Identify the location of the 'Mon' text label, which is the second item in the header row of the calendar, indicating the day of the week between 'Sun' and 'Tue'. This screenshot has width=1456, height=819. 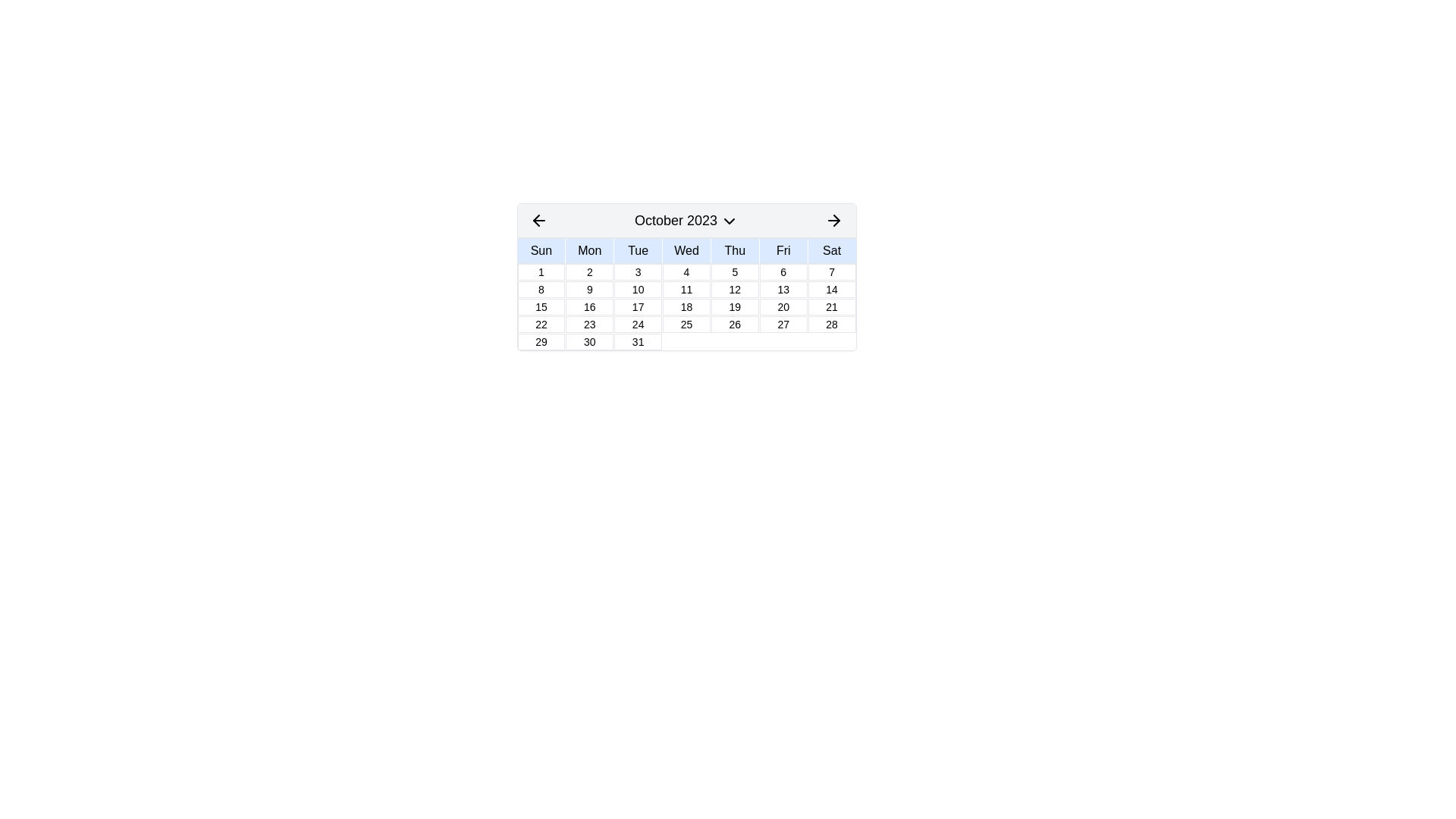
(588, 250).